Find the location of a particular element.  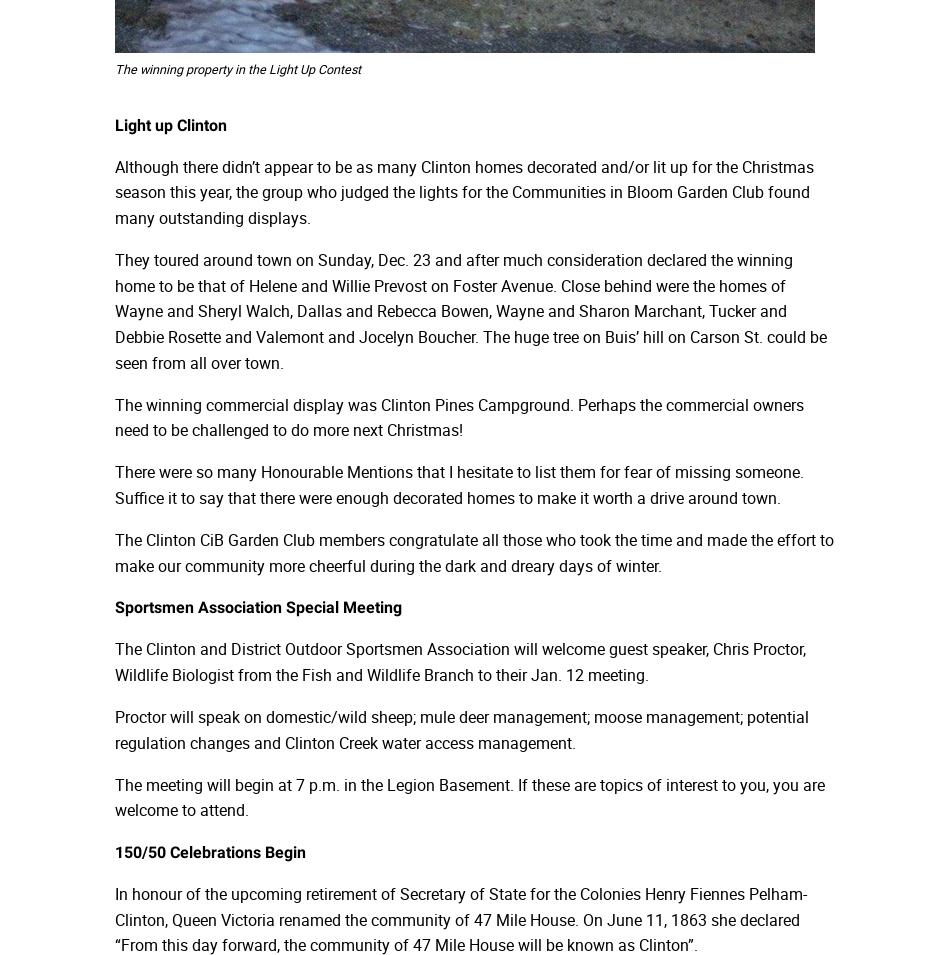

'Sportsmen Association Special Meeting' is located at coordinates (257, 607).